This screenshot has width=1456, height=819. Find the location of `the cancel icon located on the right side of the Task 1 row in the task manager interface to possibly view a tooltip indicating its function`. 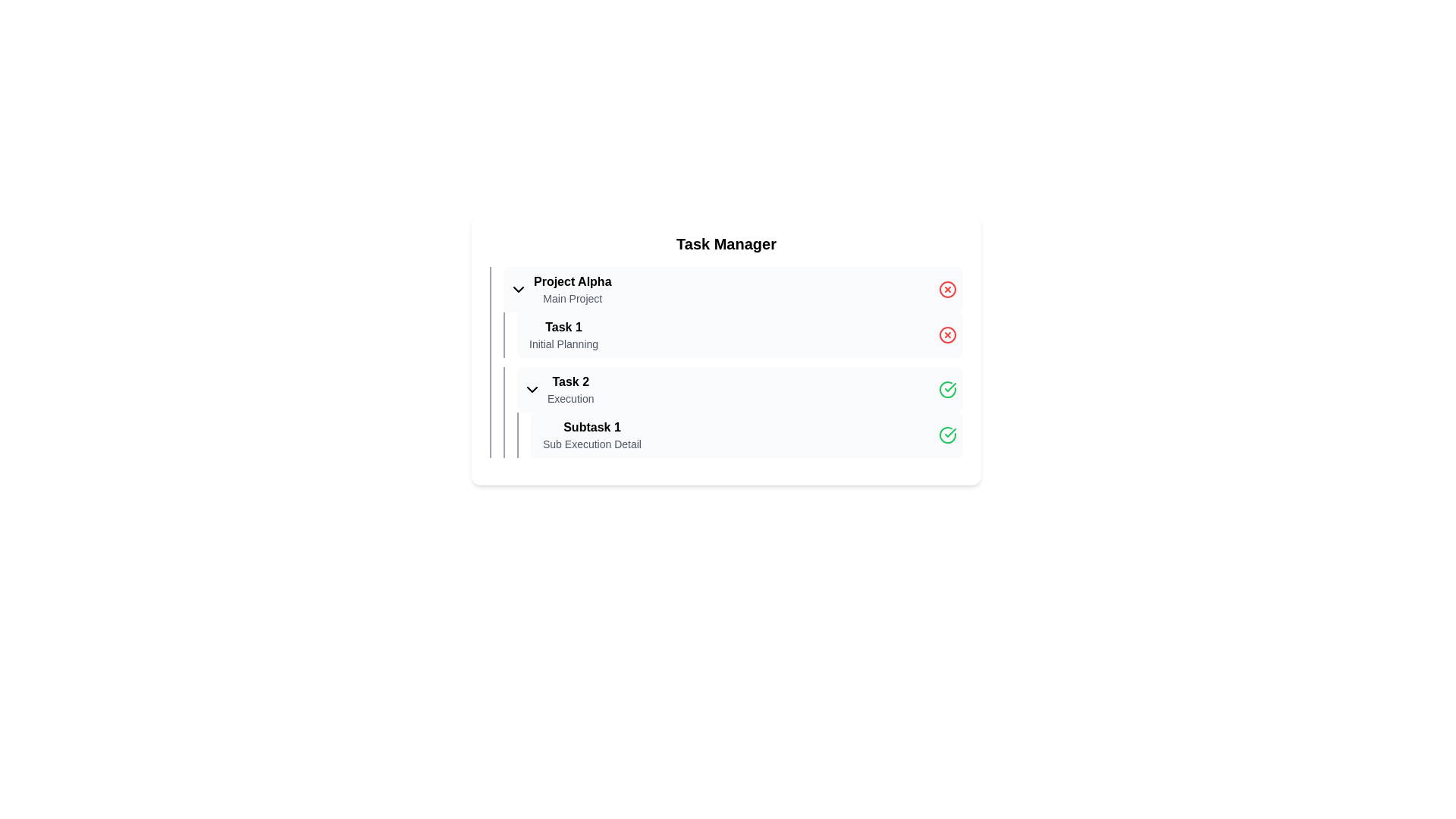

the cancel icon located on the right side of the Task 1 row in the task manager interface to possibly view a tooltip indicating its function is located at coordinates (946, 334).